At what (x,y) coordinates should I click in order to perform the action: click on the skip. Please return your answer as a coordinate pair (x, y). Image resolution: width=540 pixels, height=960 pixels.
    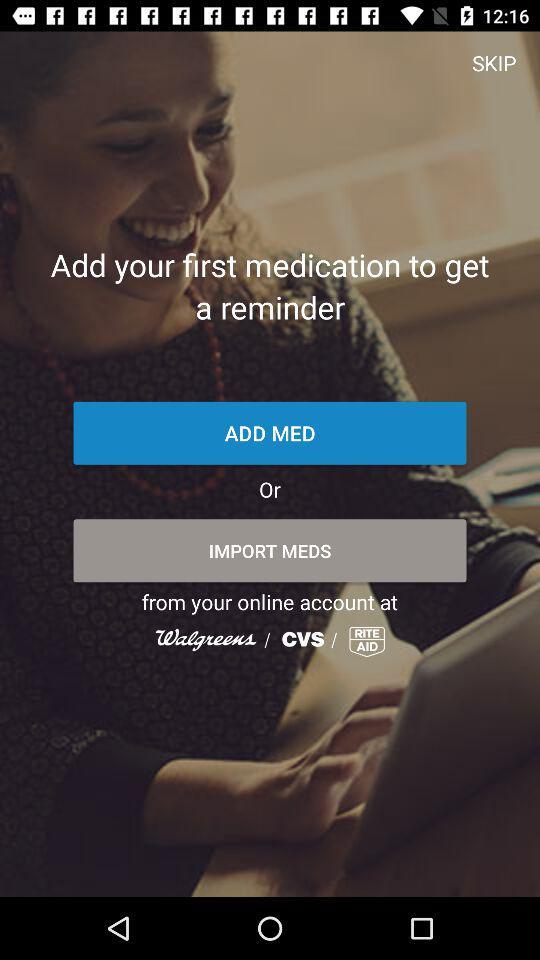
    Looking at the image, I should click on (493, 62).